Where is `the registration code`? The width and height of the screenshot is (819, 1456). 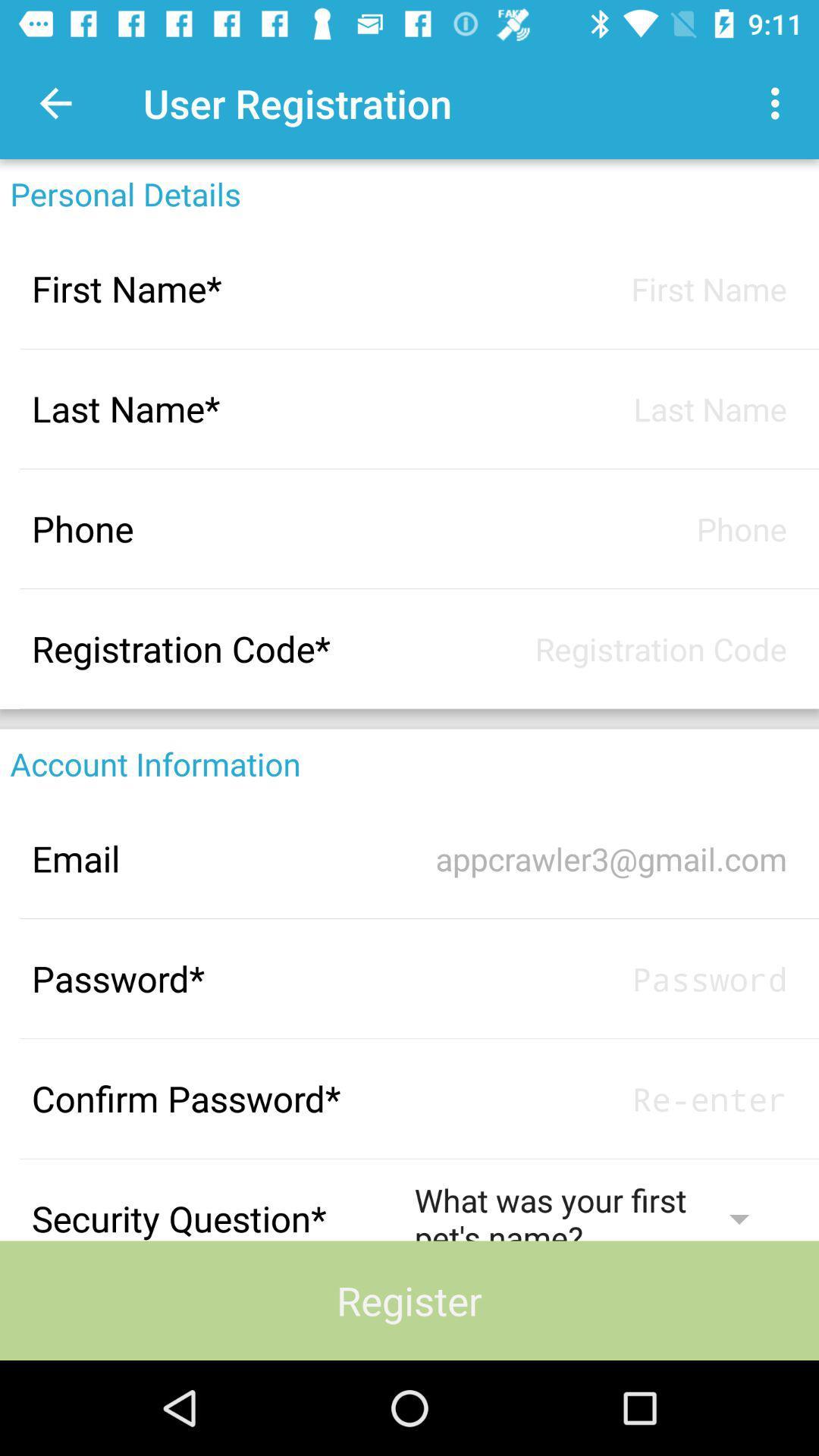
the registration code is located at coordinates (600, 648).